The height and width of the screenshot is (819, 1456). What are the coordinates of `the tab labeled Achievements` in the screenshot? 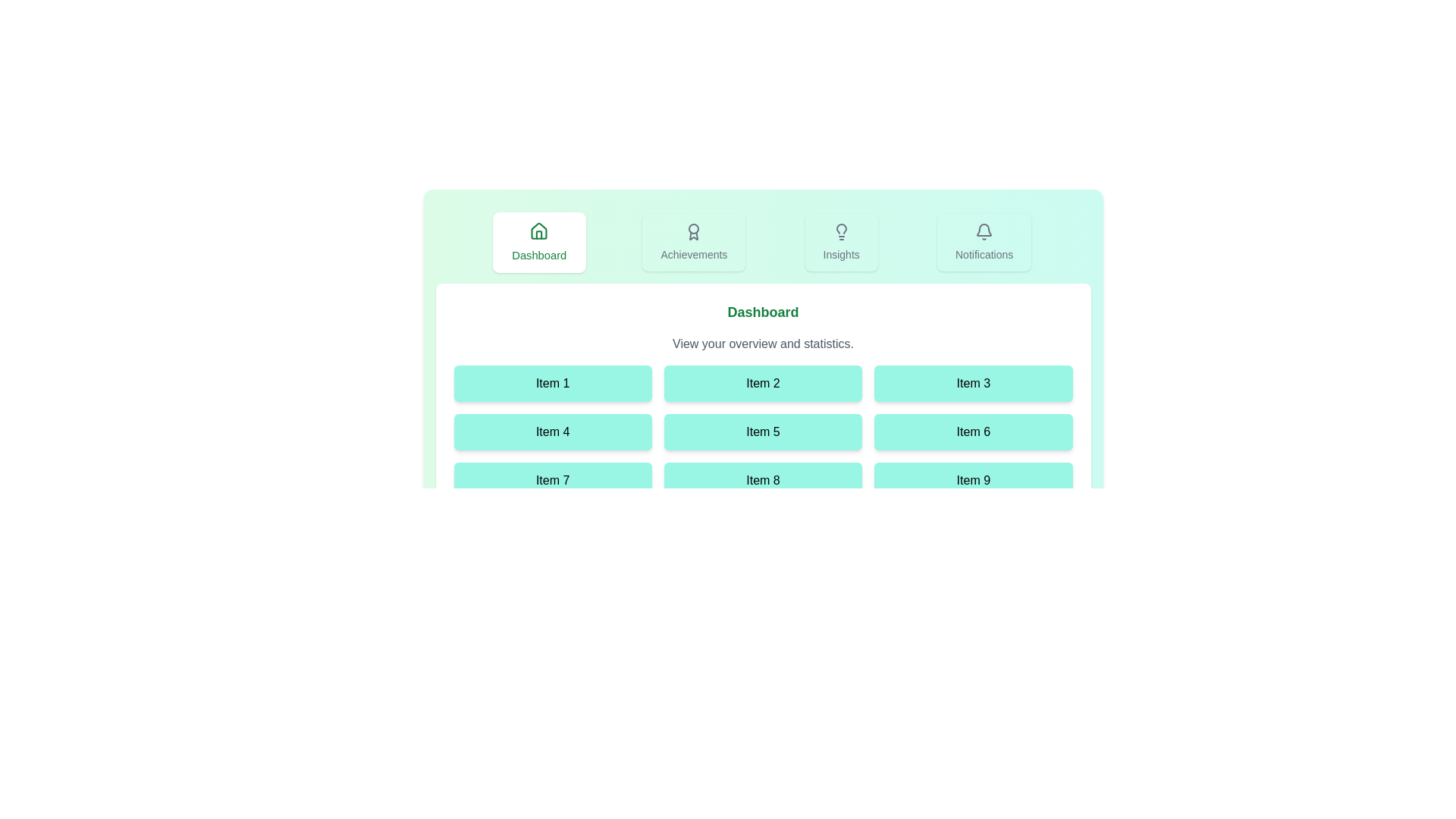 It's located at (693, 242).